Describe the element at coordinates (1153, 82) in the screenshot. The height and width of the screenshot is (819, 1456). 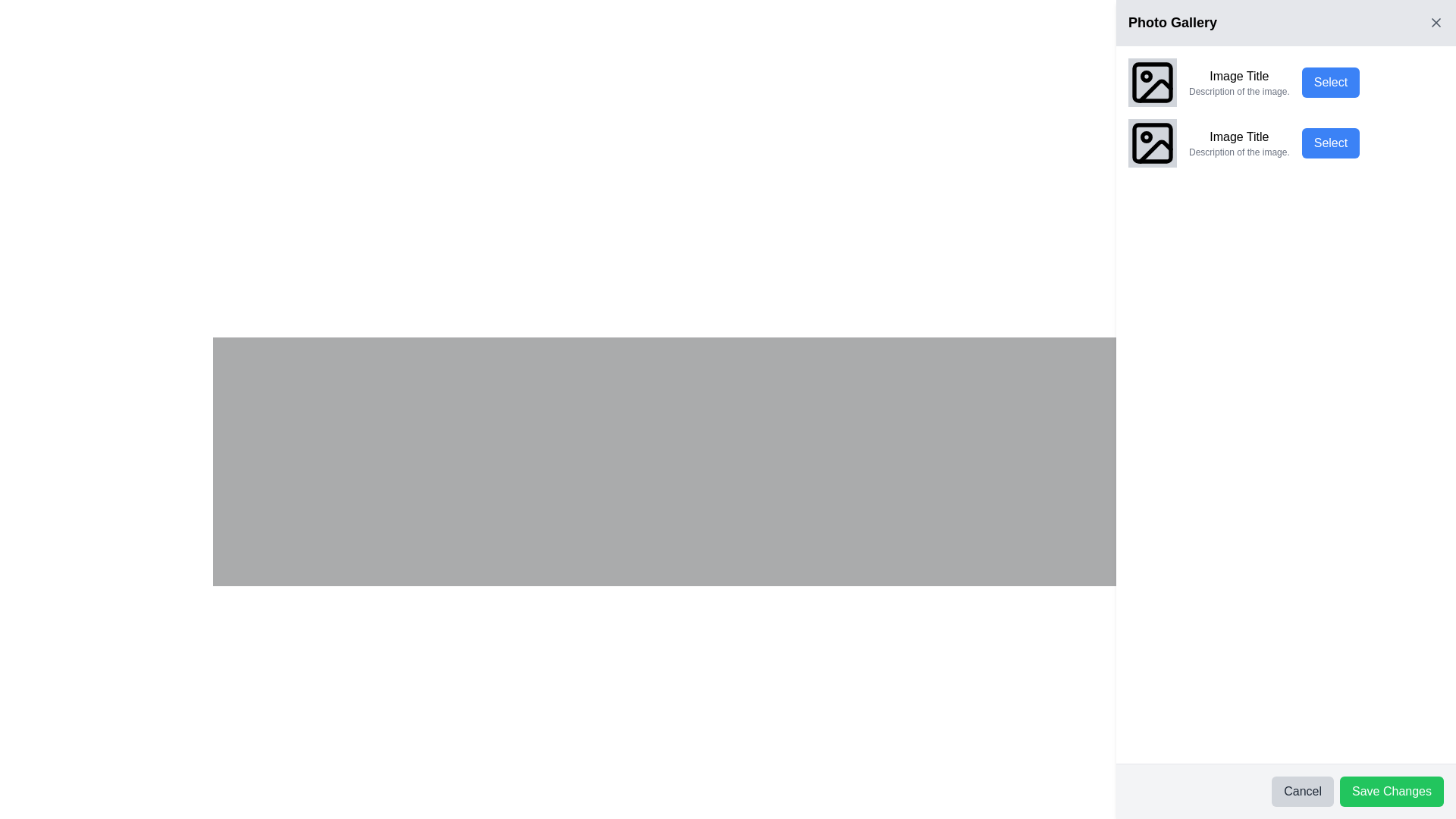
I see `the image placeholder icon, which is a square outline with rounded corners and a circular shape at the top-left, located` at that location.